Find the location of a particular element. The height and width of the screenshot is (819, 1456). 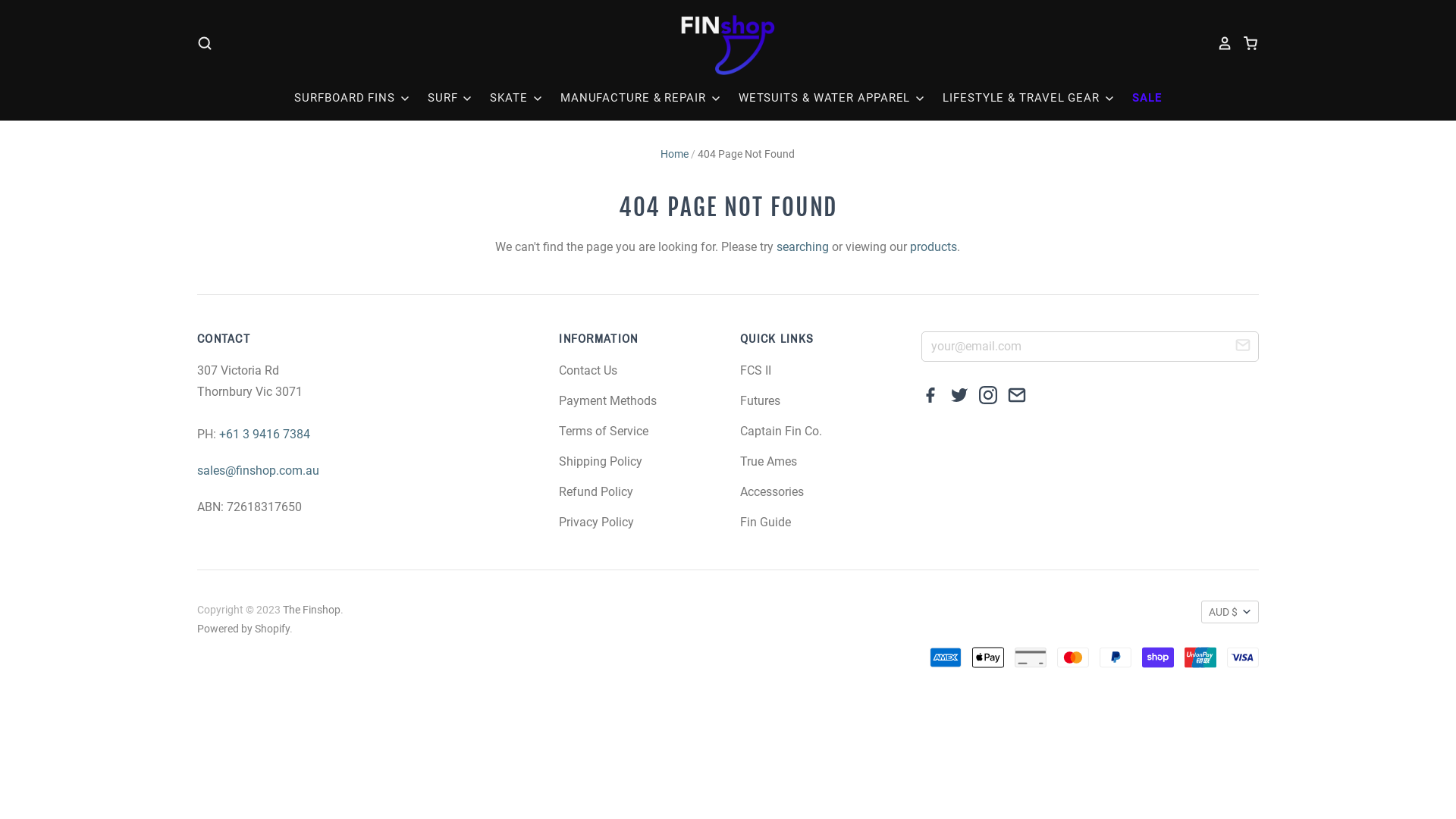

'Payment Methods' is located at coordinates (607, 400).